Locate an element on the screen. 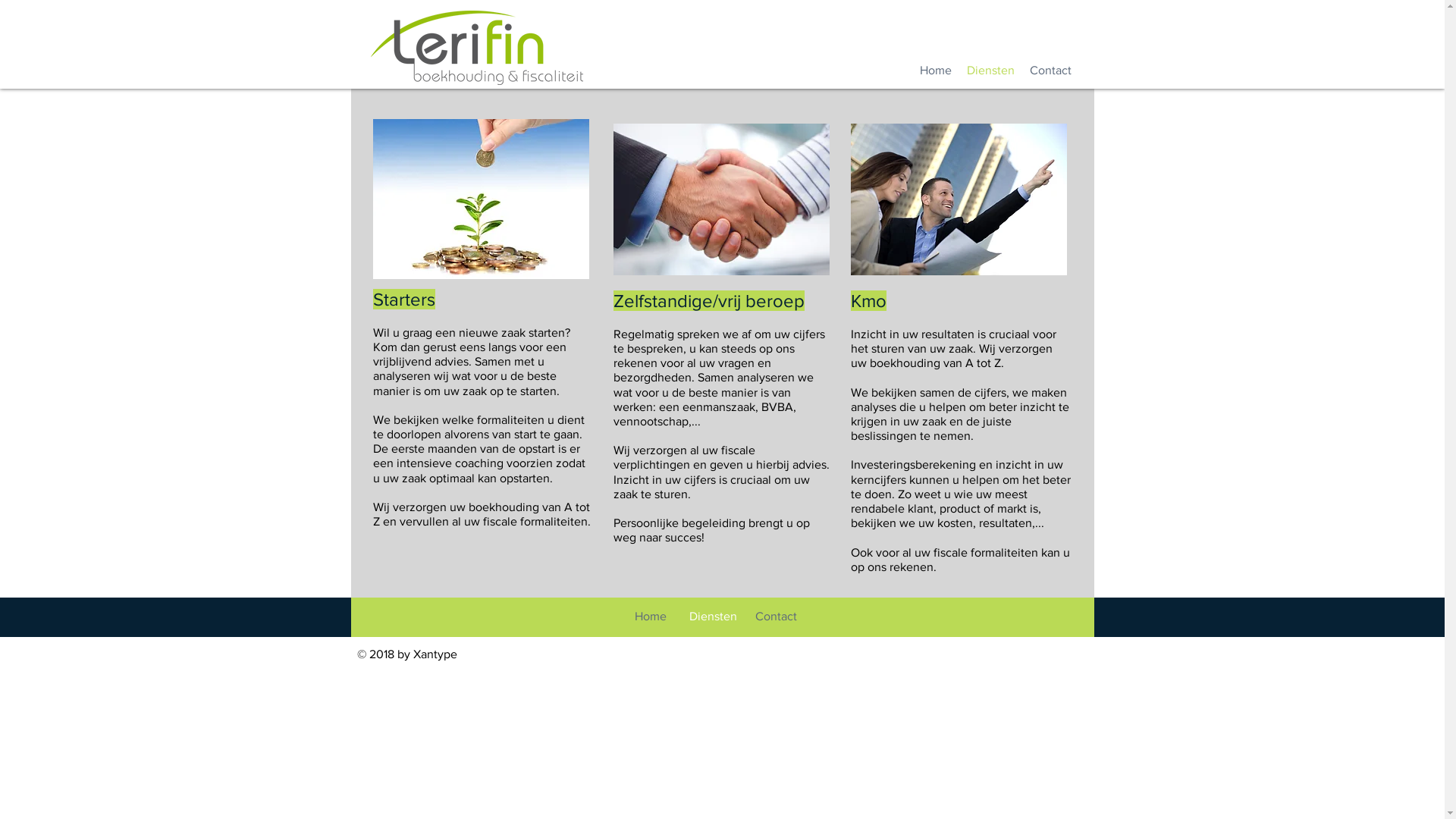 The height and width of the screenshot is (819, 1456). 'Contact' is located at coordinates (776, 617).